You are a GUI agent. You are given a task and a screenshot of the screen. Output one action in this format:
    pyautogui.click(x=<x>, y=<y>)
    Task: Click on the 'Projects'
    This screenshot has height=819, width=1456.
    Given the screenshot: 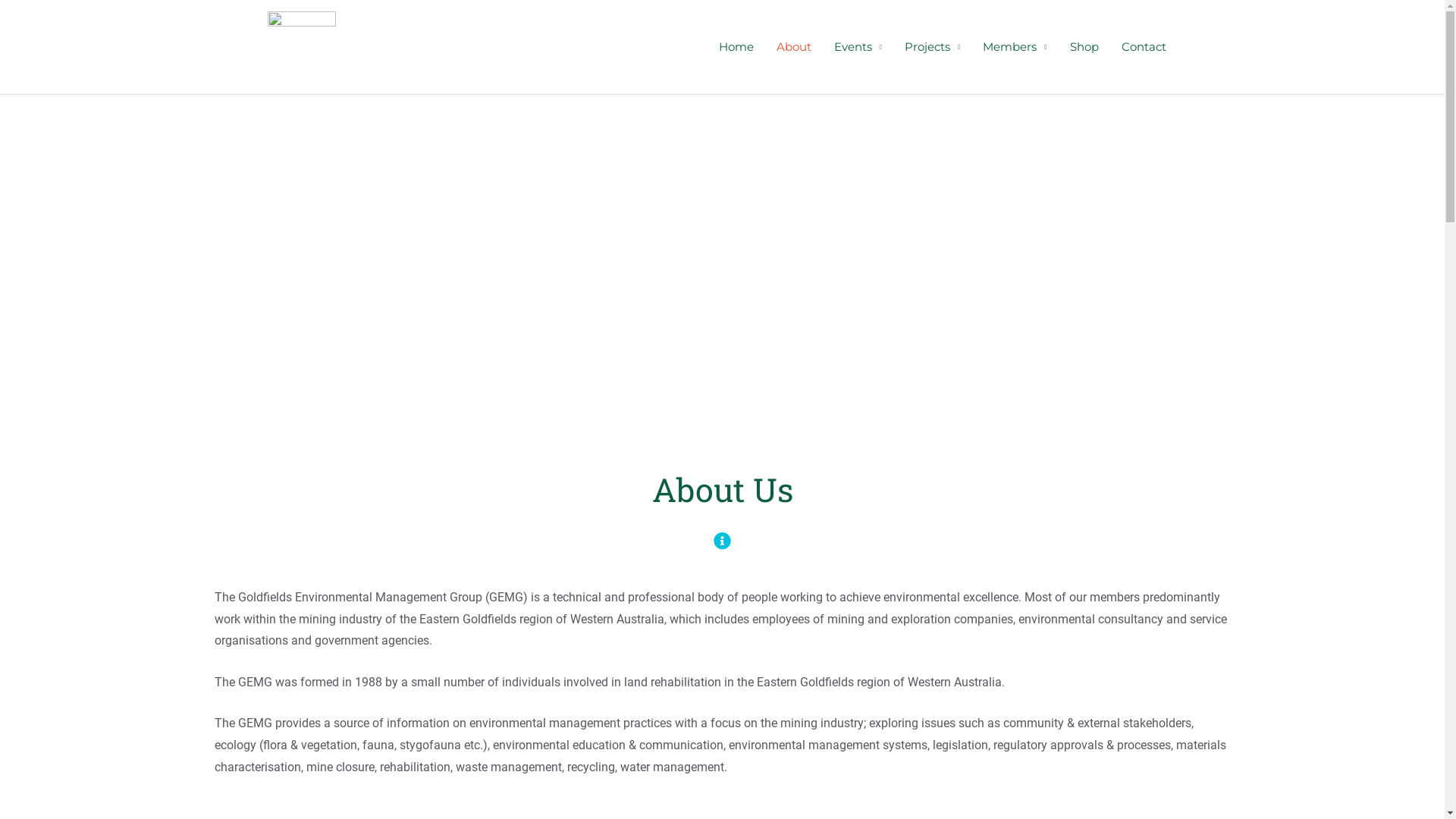 What is the action you would take?
    pyautogui.click(x=931, y=45)
    